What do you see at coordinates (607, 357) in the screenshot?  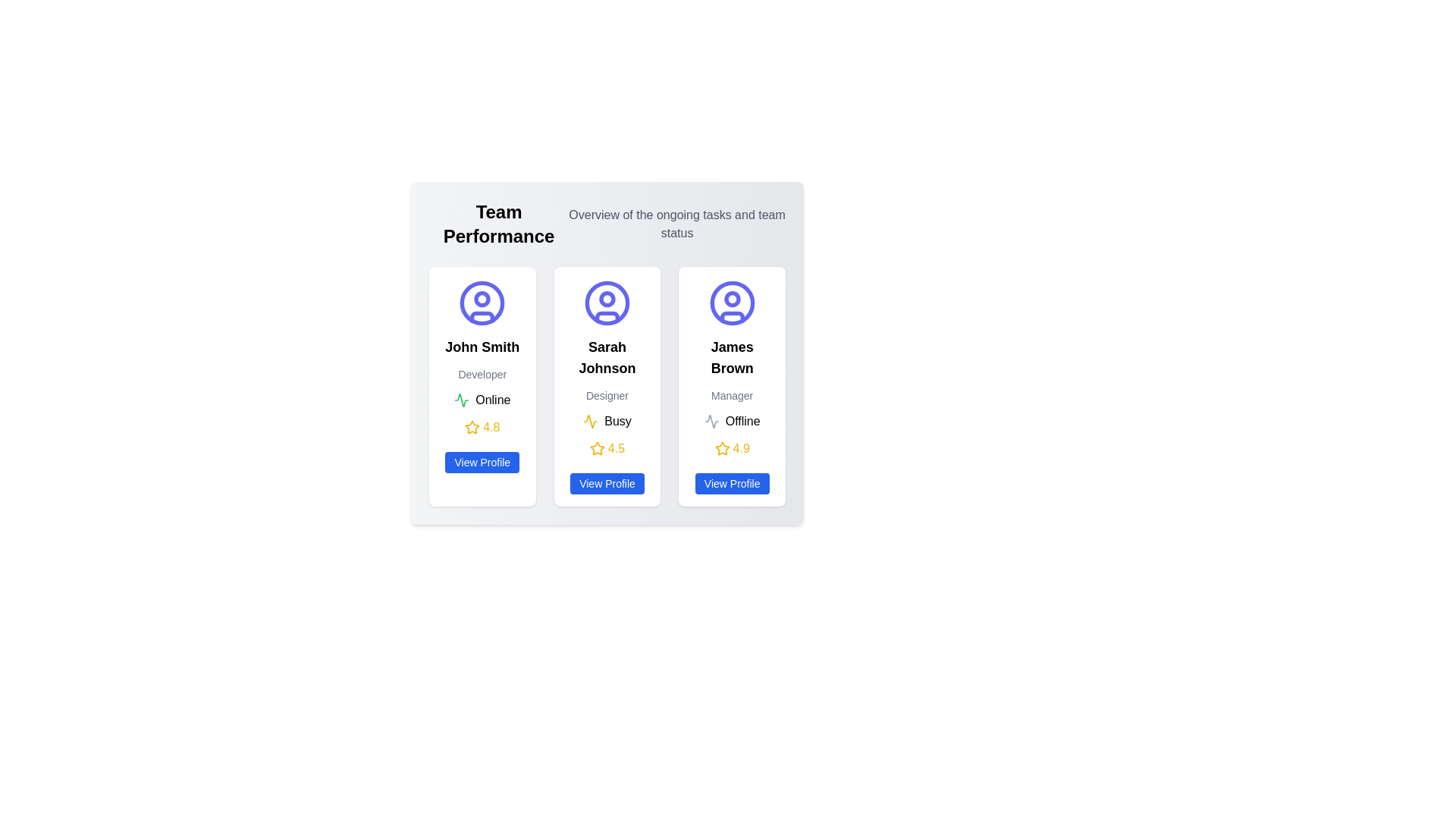 I see `text displaying the name 'Sarah Johnson', which is the second item in the card group located beneath the avatar icon` at bounding box center [607, 357].